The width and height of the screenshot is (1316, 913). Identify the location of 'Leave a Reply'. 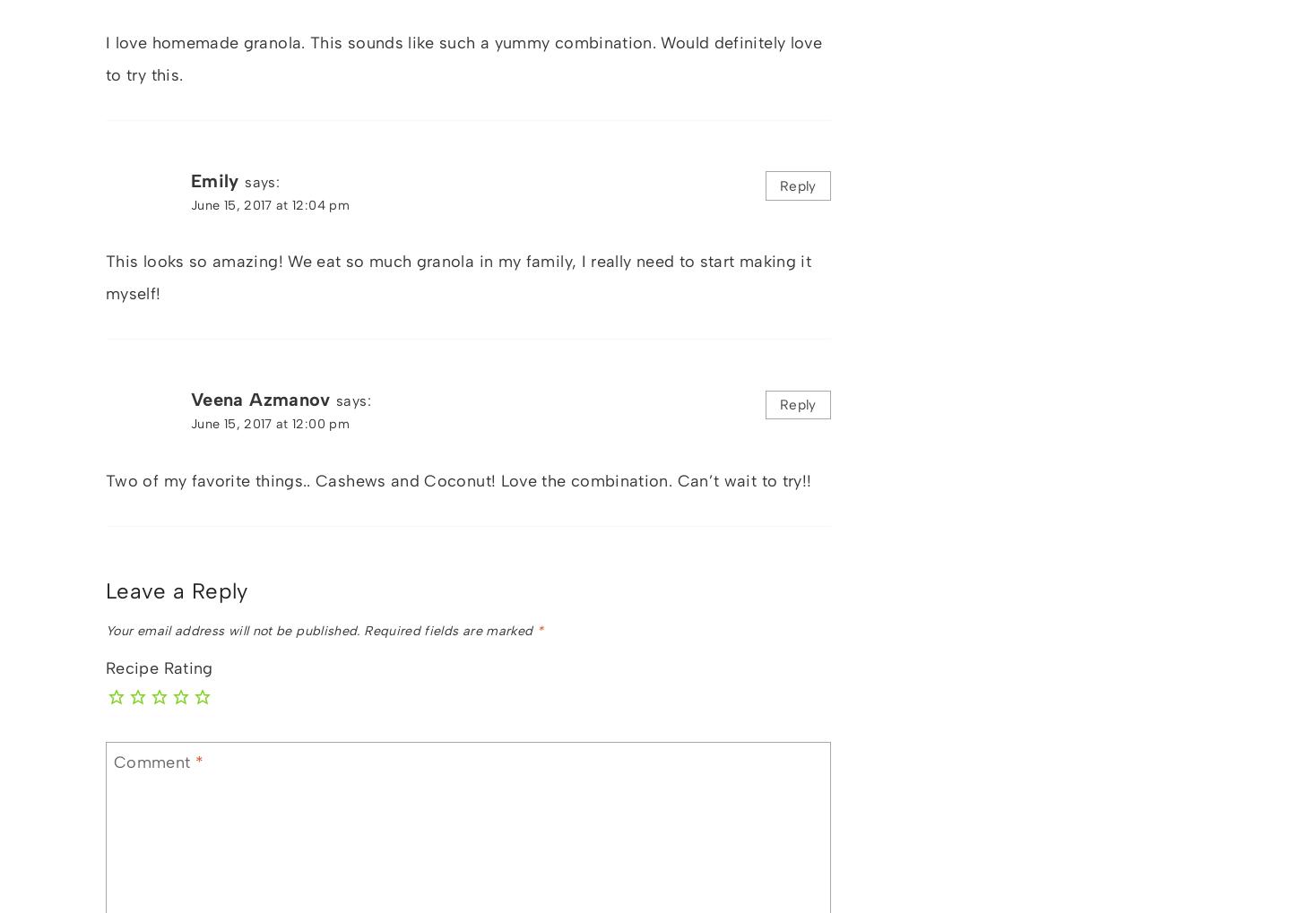
(177, 589).